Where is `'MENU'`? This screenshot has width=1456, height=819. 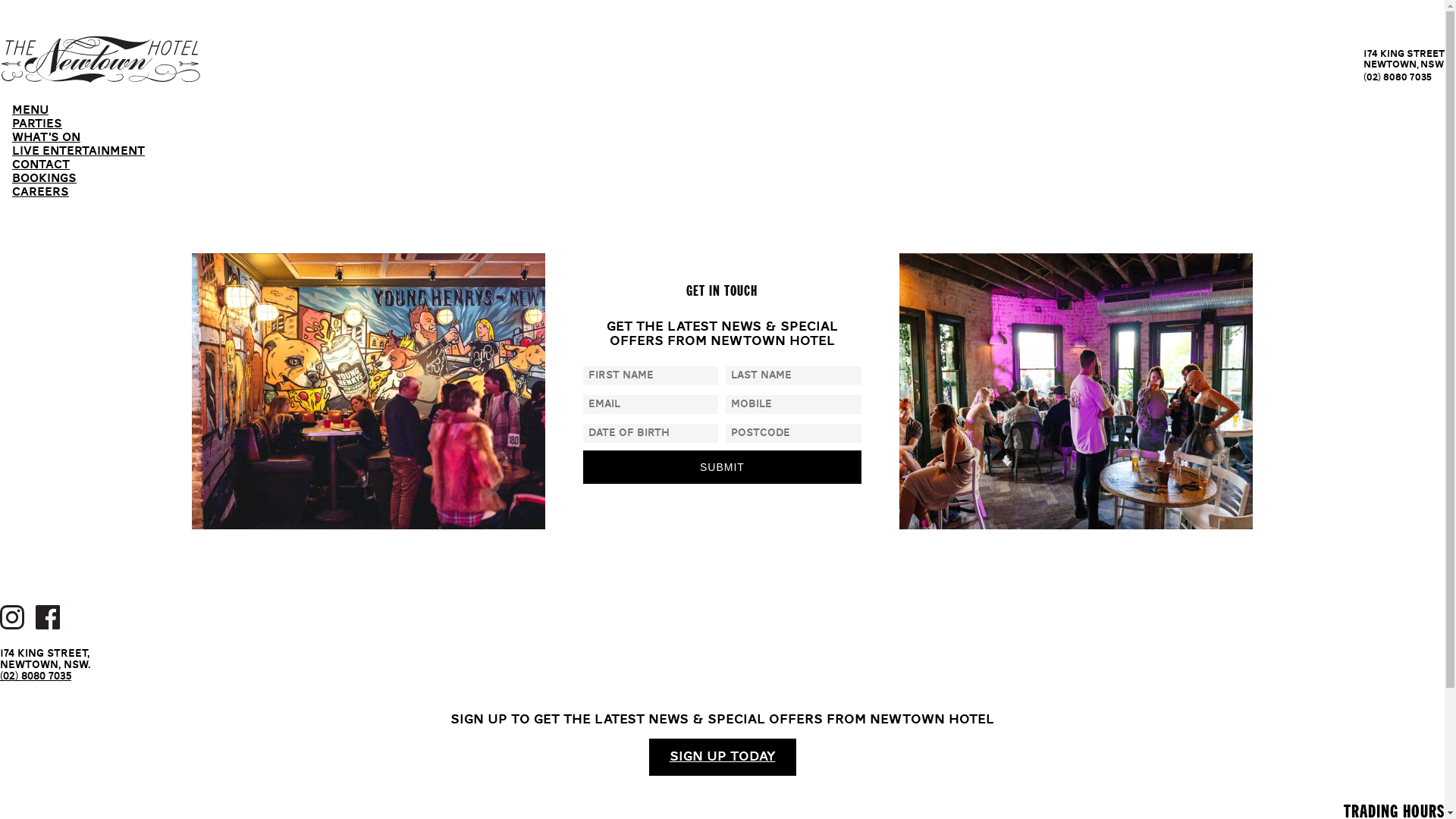 'MENU' is located at coordinates (30, 110).